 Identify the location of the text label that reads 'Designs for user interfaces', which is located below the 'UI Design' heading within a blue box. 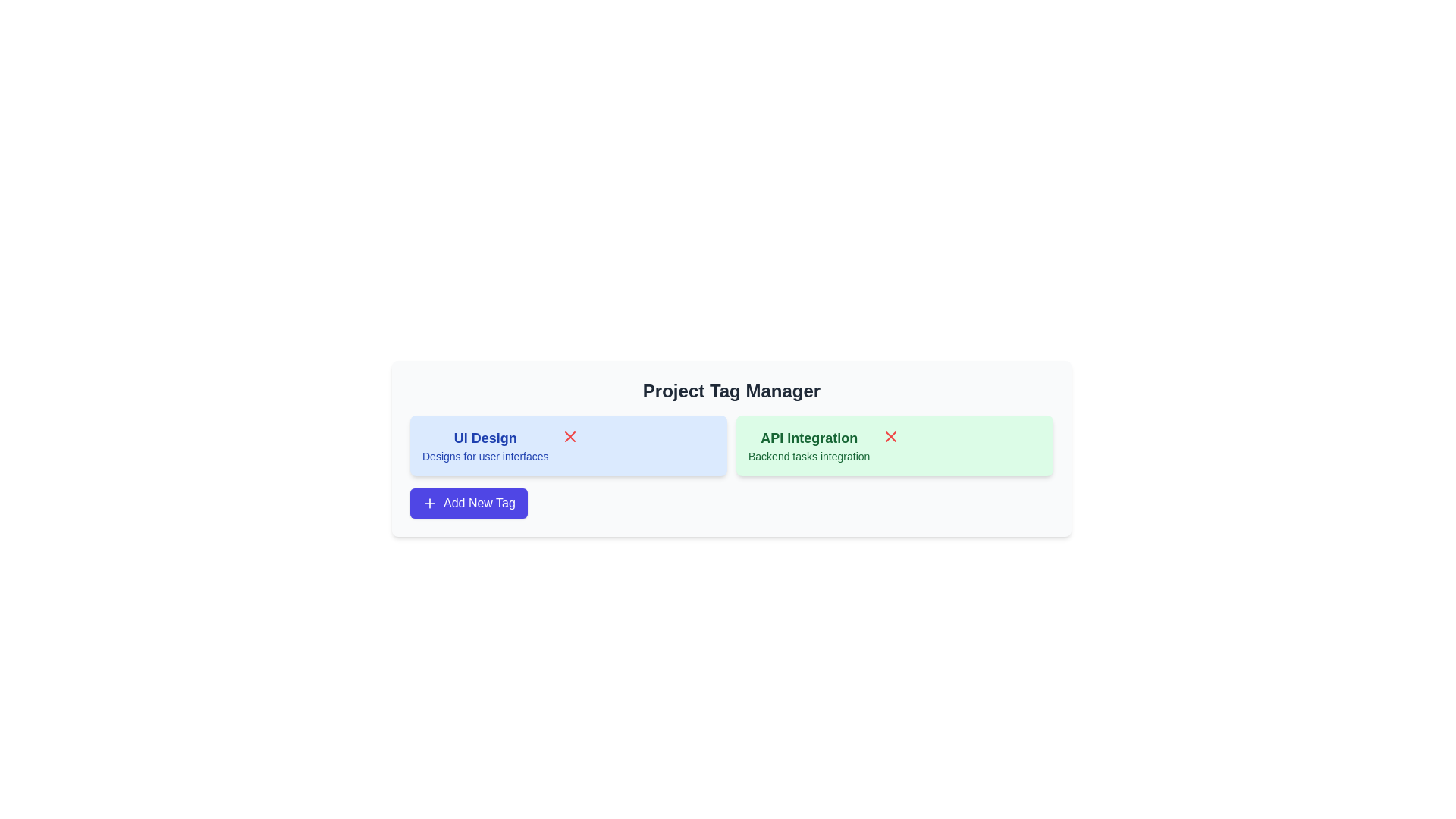
(485, 455).